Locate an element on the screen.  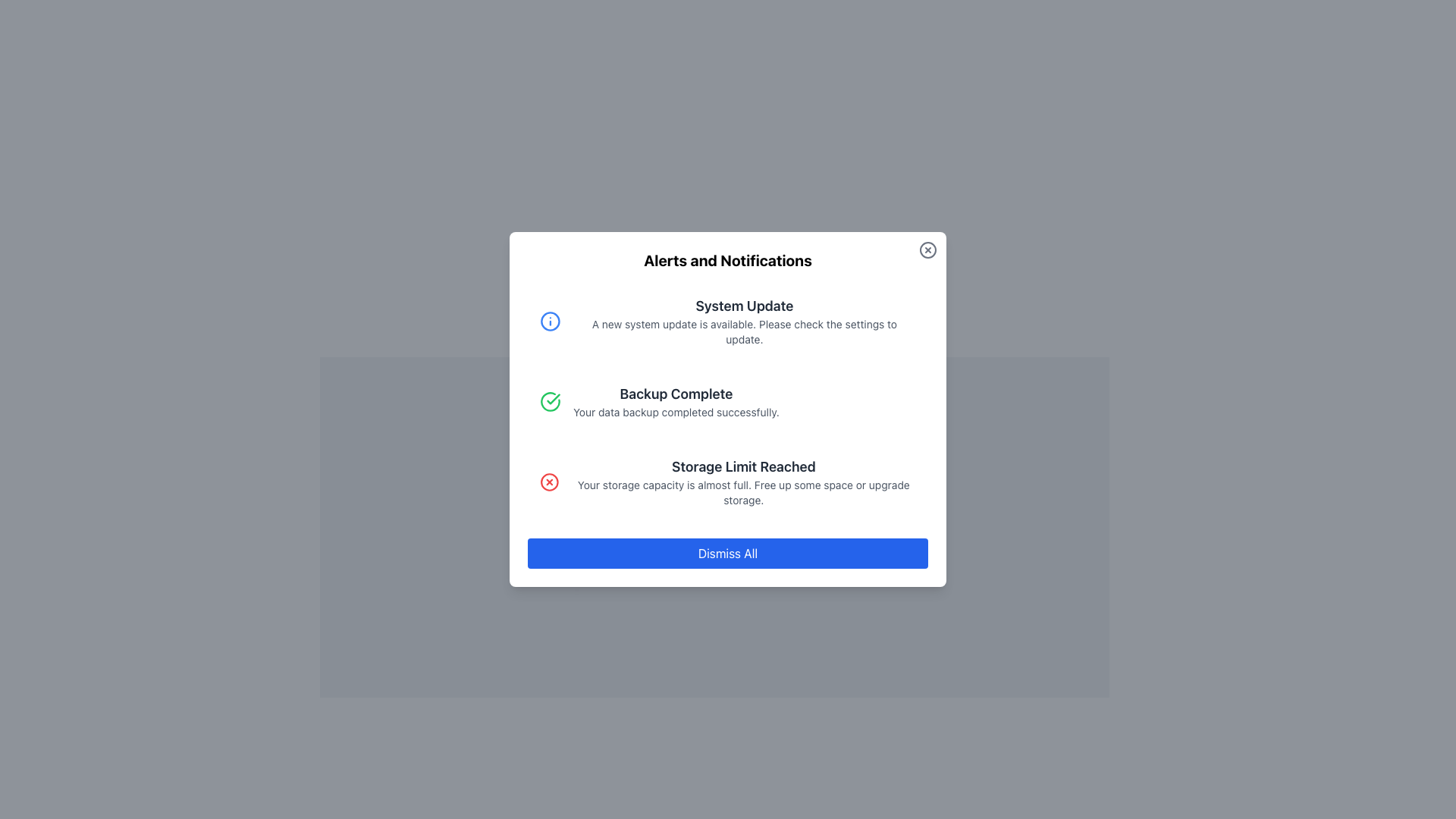
the third notification alert in the 'Alerts and Notifications' modal dialog box, which informs the user that their storage capacity is almost full is located at coordinates (728, 482).